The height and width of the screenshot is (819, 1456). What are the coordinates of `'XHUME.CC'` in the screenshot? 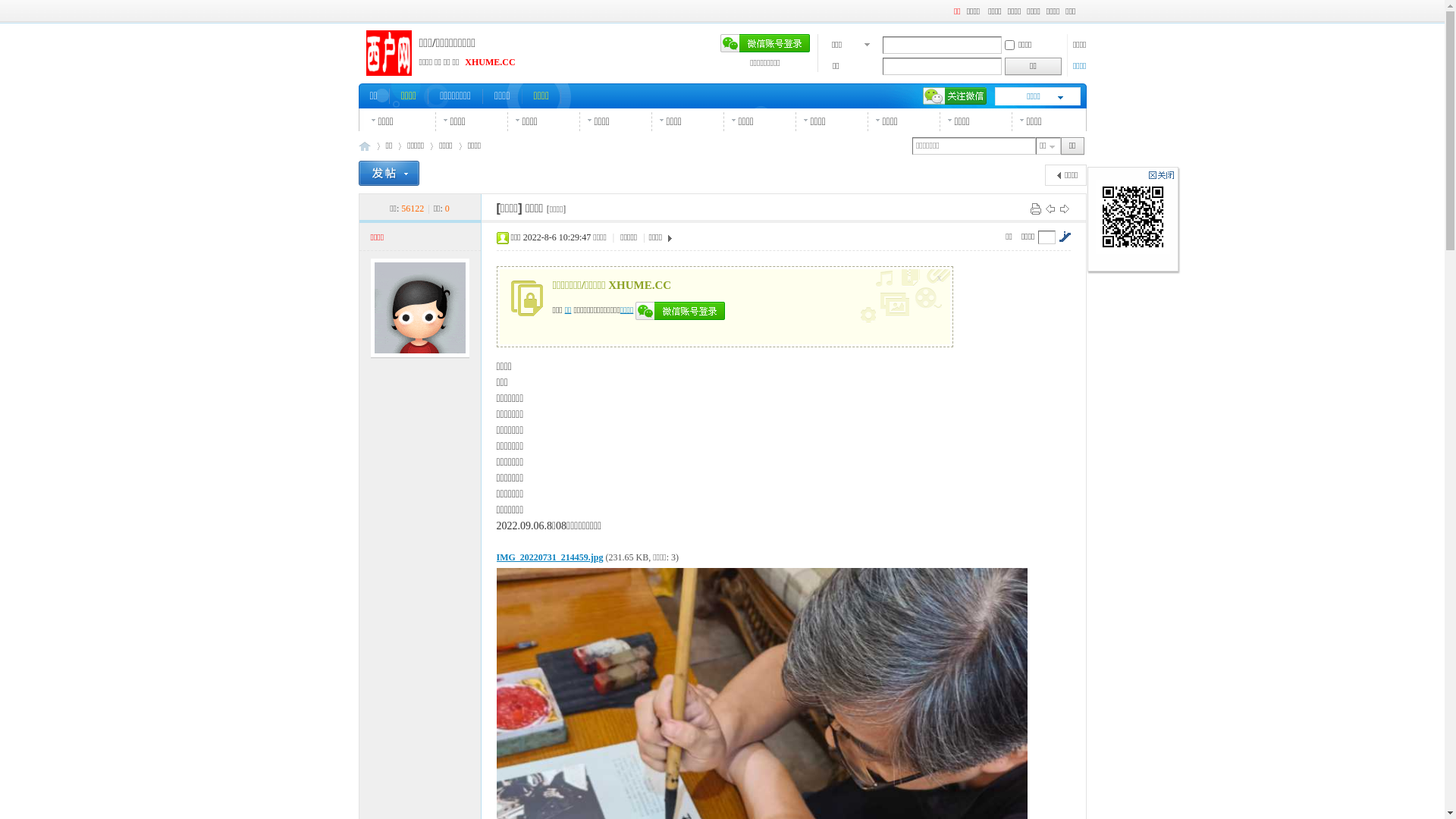 It's located at (490, 61).